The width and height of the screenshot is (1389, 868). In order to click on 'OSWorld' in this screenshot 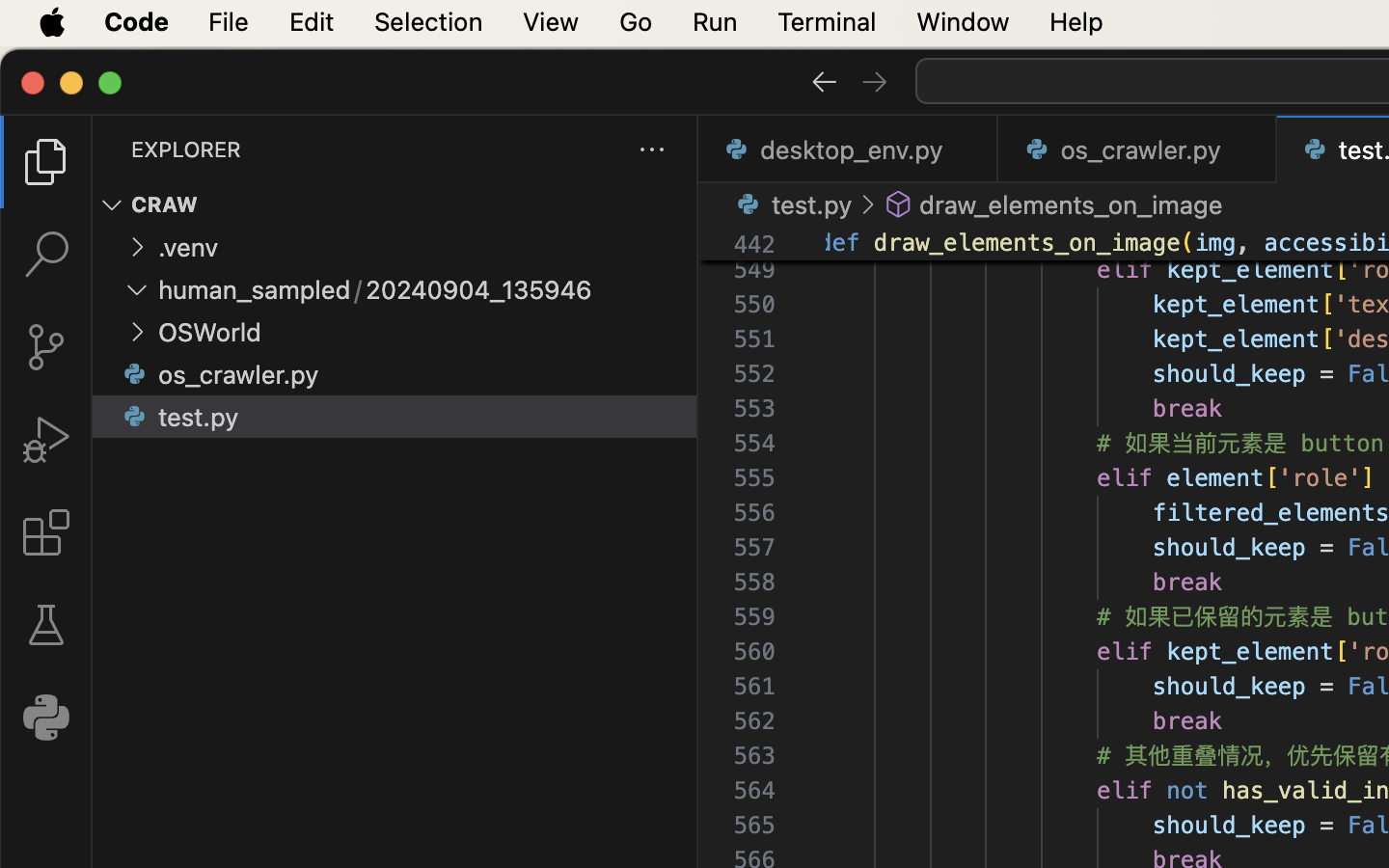, I will do `click(210, 332)`.